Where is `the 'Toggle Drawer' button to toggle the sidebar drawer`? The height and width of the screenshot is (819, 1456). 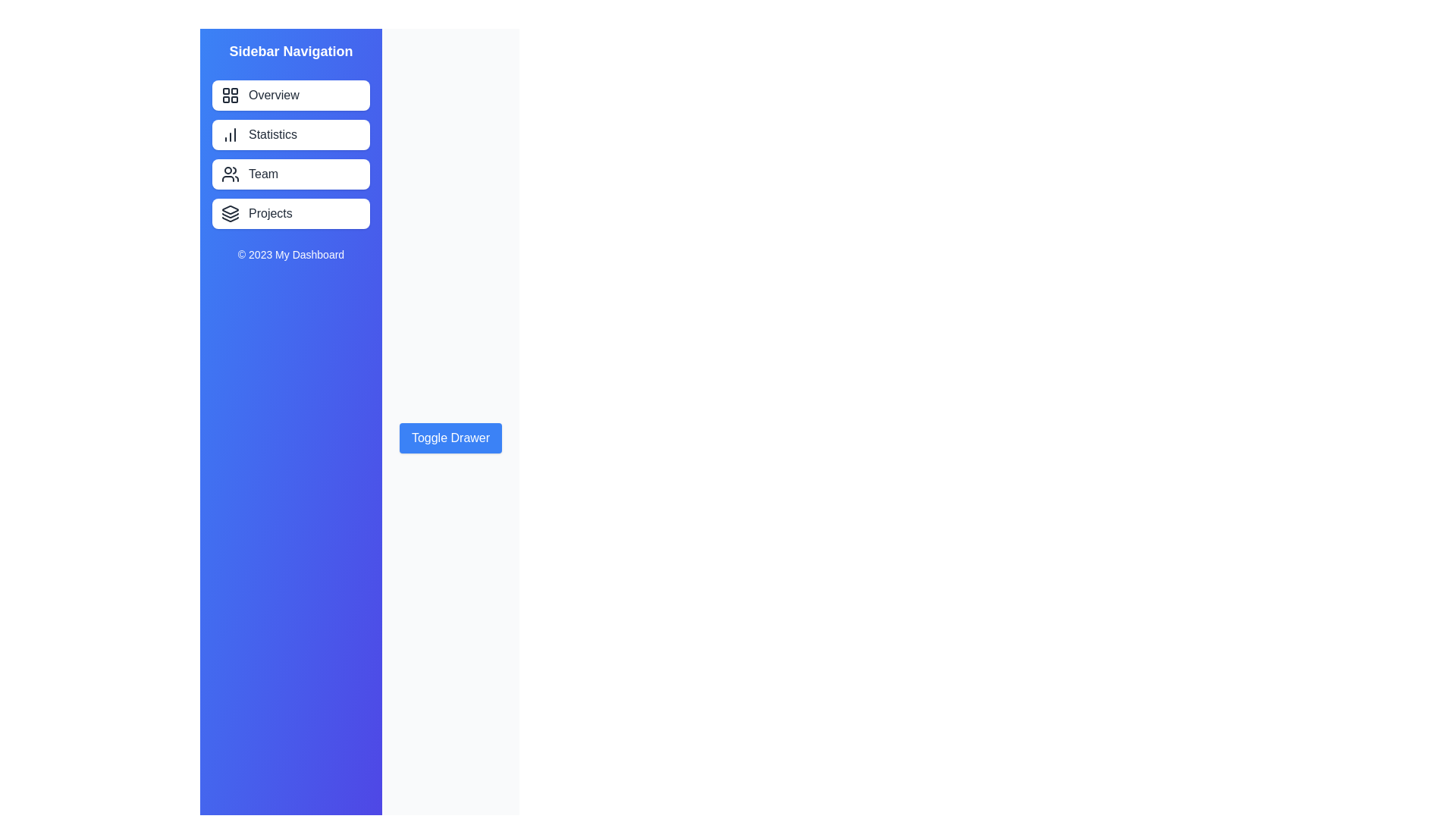 the 'Toggle Drawer' button to toggle the sidebar drawer is located at coordinates (450, 438).